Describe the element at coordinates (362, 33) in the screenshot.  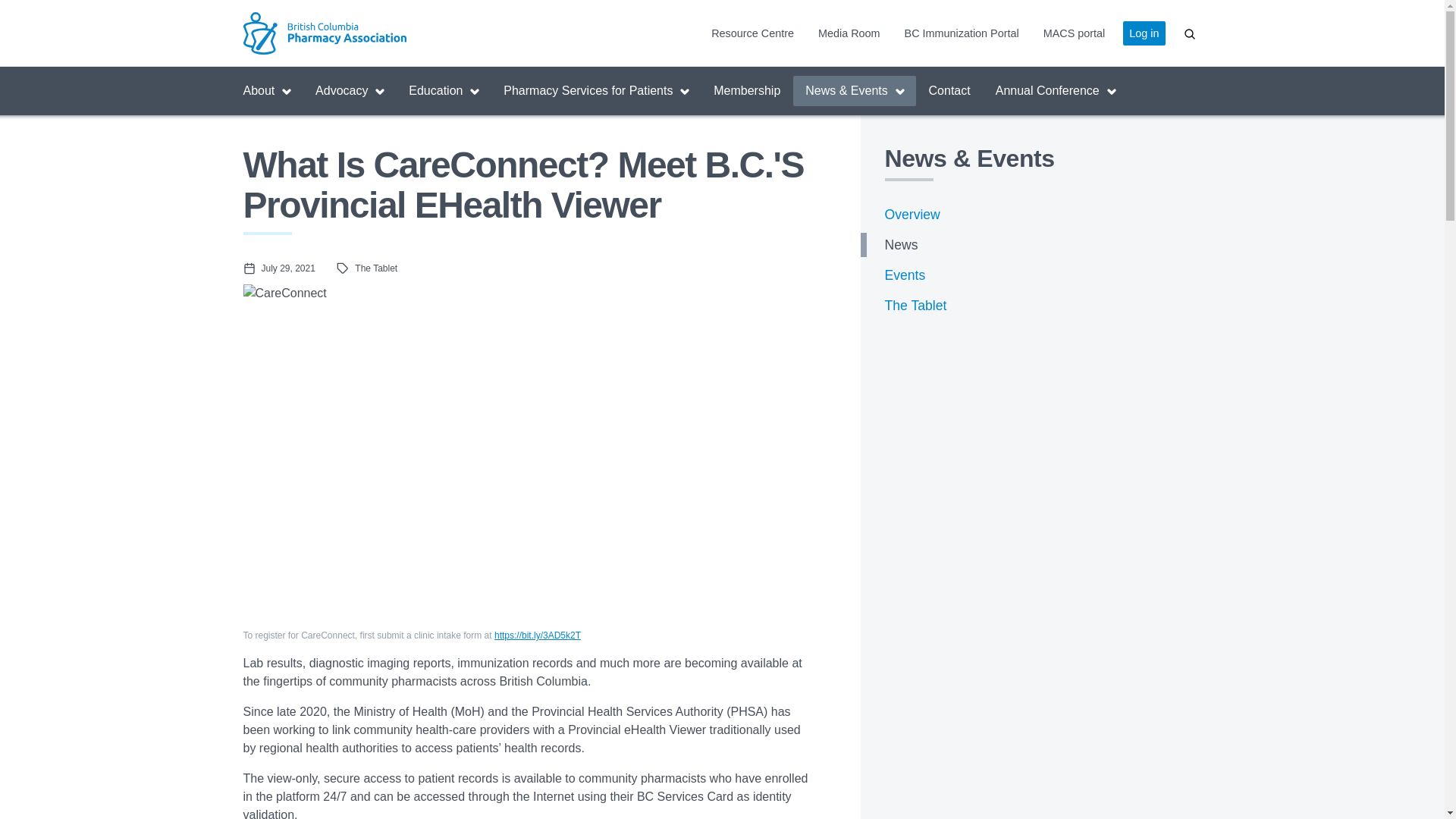
I see `'Home'` at that location.